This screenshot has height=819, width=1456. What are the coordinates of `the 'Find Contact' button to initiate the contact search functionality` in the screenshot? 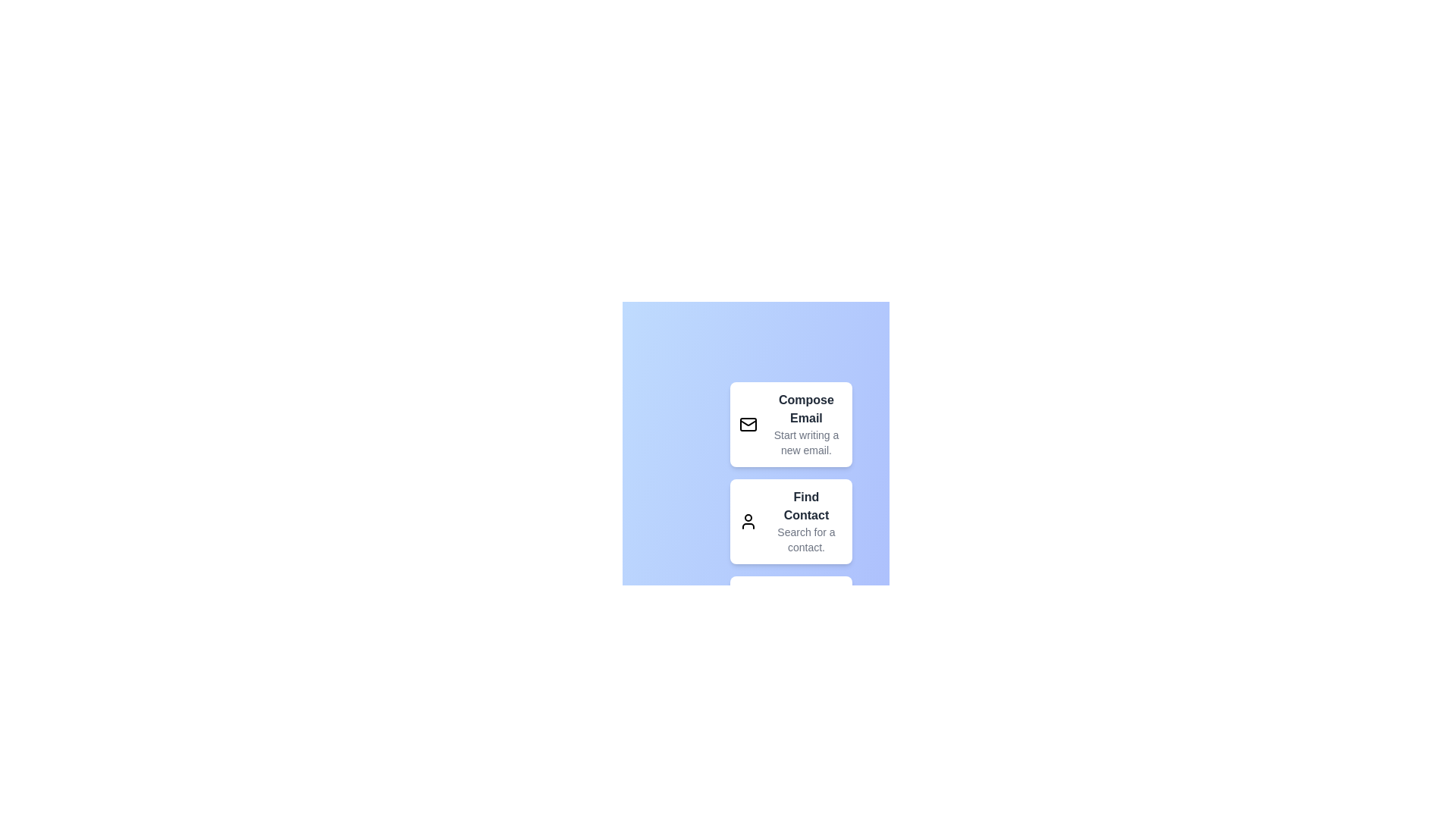 It's located at (789, 520).